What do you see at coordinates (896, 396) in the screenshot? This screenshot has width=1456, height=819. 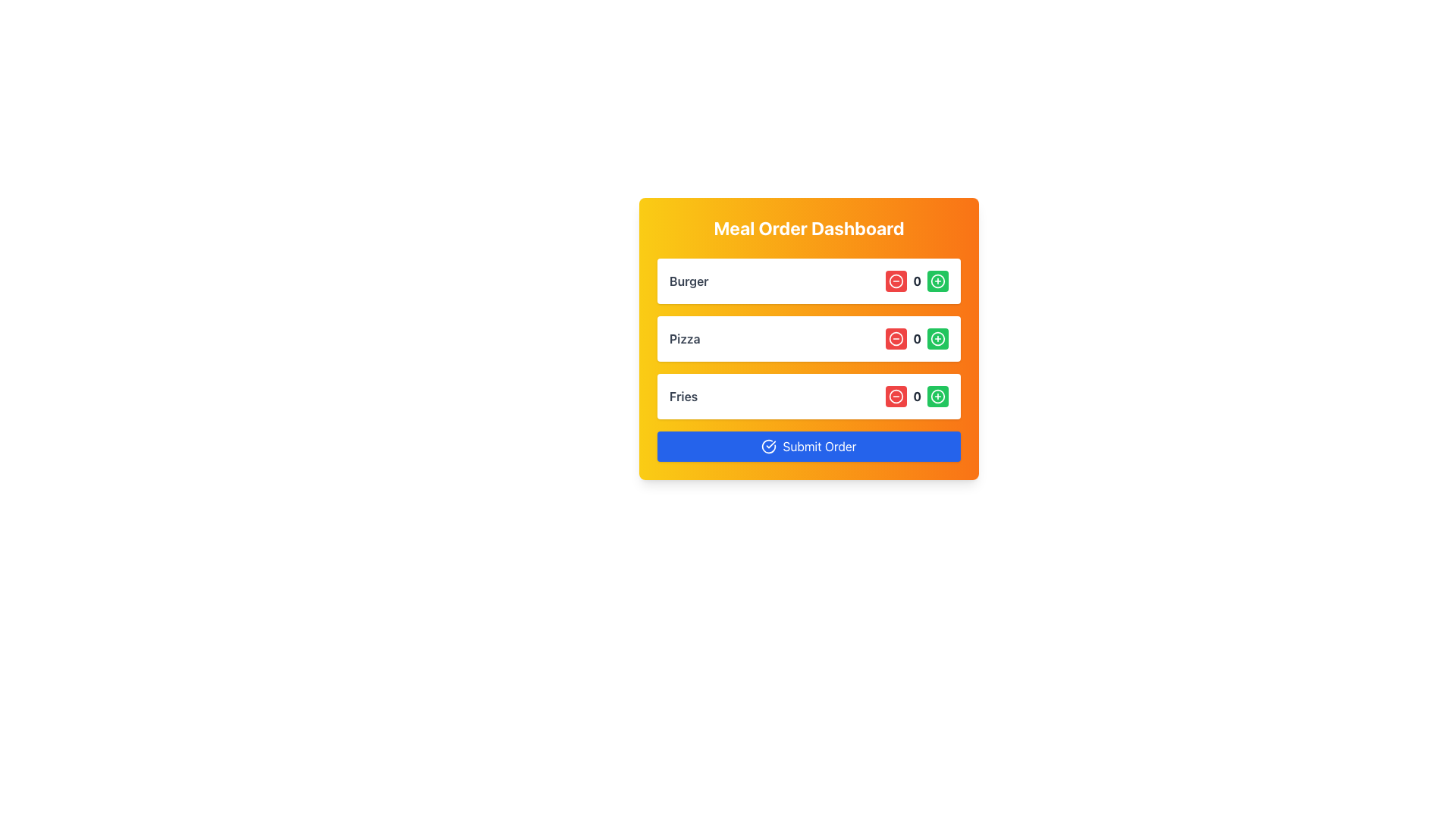 I see `the circular icon located on the left side of the button group for the 'Fries' option in the meal order dashboard` at bounding box center [896, 396].